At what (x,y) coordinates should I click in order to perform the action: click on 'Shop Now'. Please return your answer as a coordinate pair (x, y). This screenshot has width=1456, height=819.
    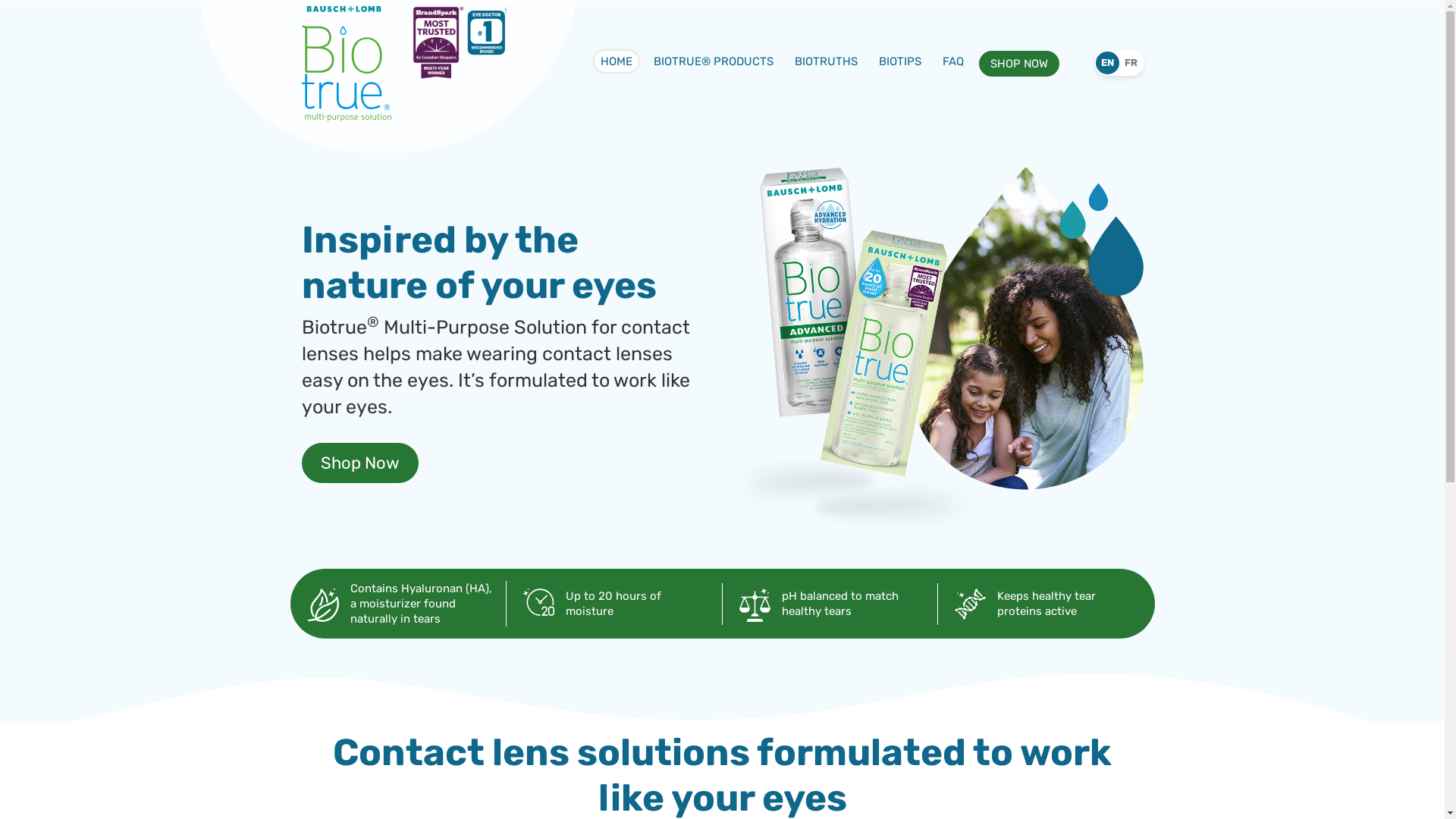
    Looking at the image, I should click on (359, 462).